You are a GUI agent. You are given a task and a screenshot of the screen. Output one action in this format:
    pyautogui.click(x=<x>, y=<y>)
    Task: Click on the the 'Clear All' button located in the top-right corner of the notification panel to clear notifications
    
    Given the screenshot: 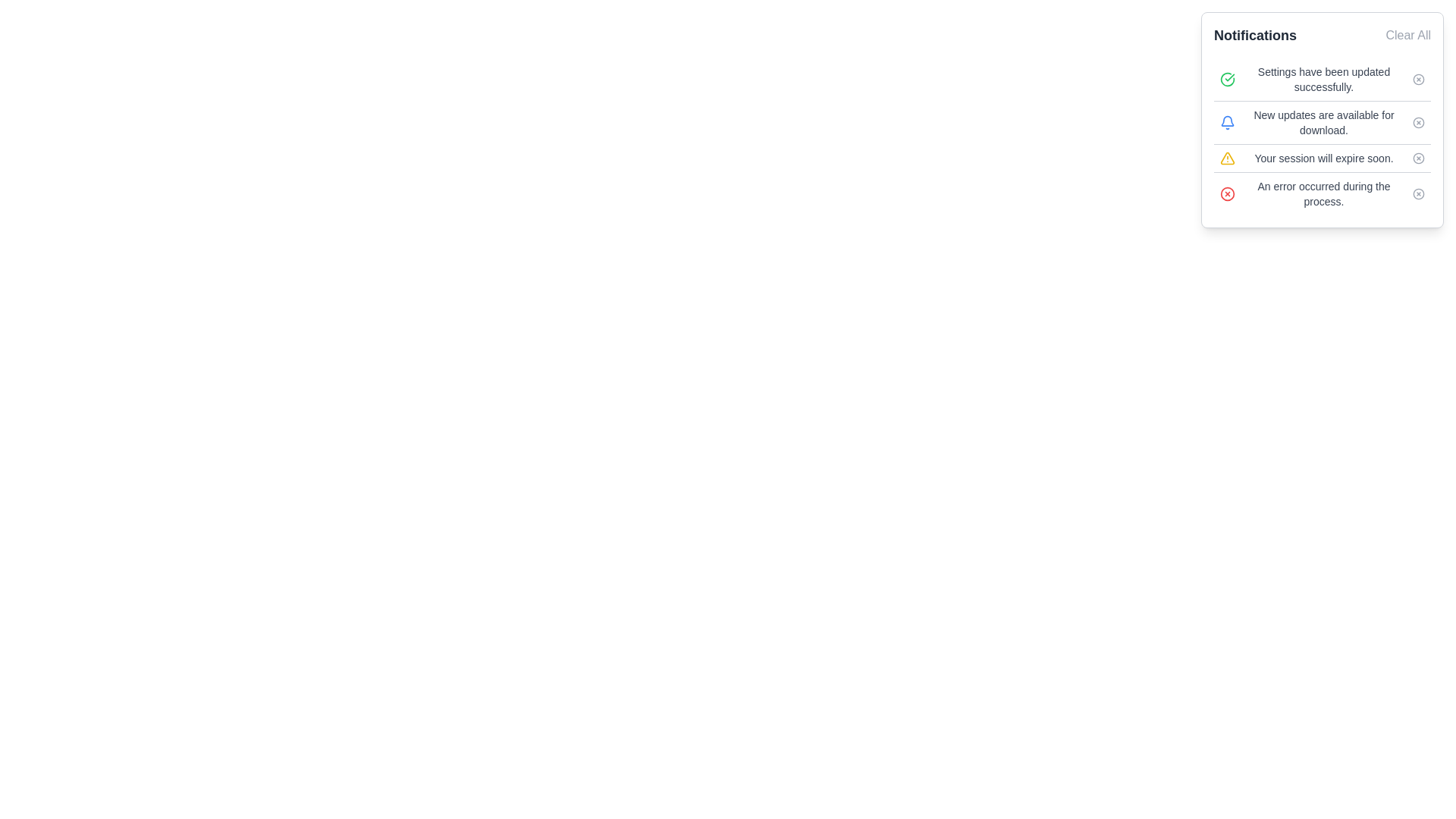 What is the action you would take?
    pyautogui.click(x=1407, y=34)
    